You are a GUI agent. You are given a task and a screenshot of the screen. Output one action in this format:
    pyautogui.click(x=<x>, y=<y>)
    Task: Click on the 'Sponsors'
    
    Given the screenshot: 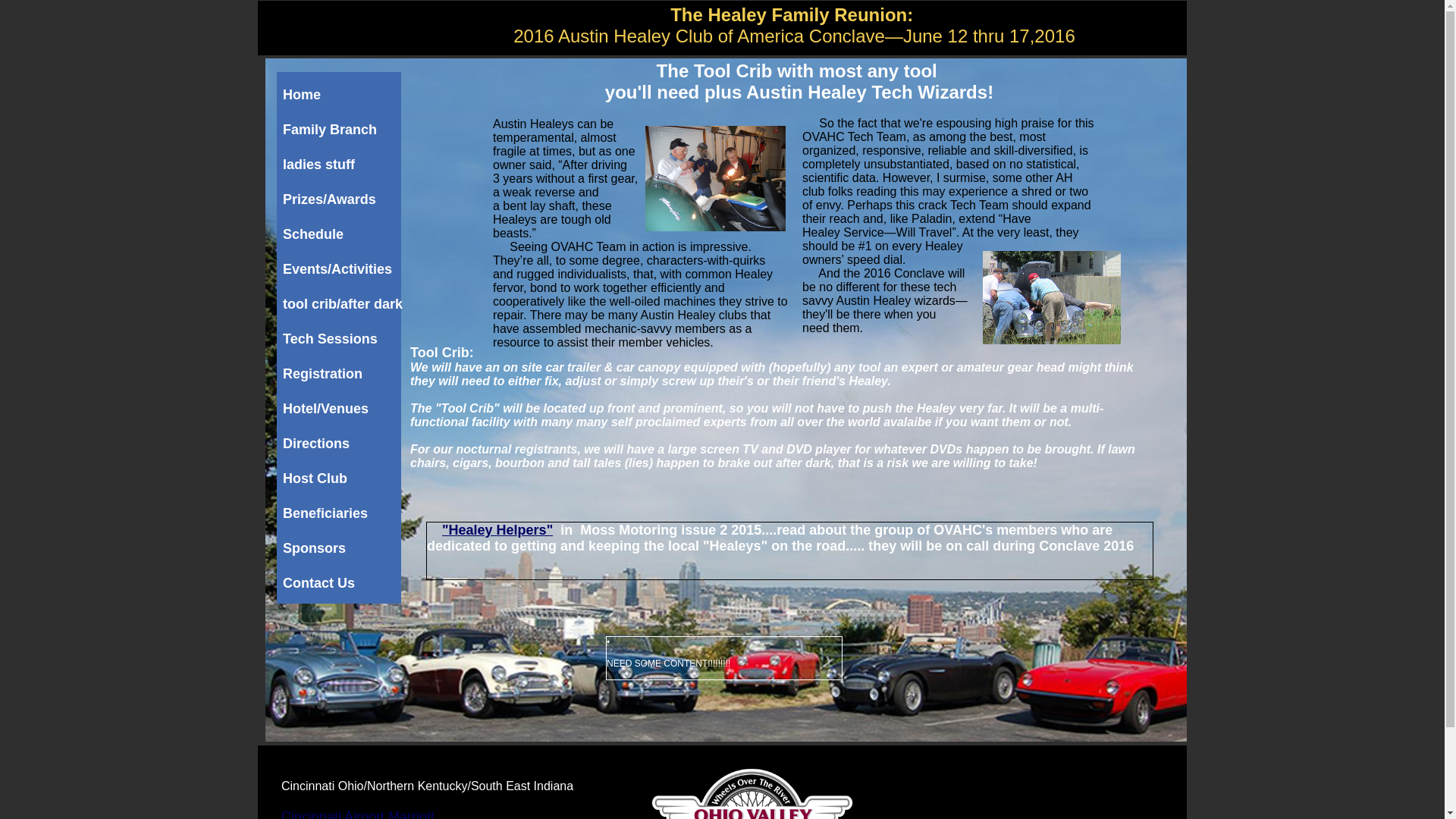 What is the action you would take?
    pyautogui.click(x=341, y=549)
    